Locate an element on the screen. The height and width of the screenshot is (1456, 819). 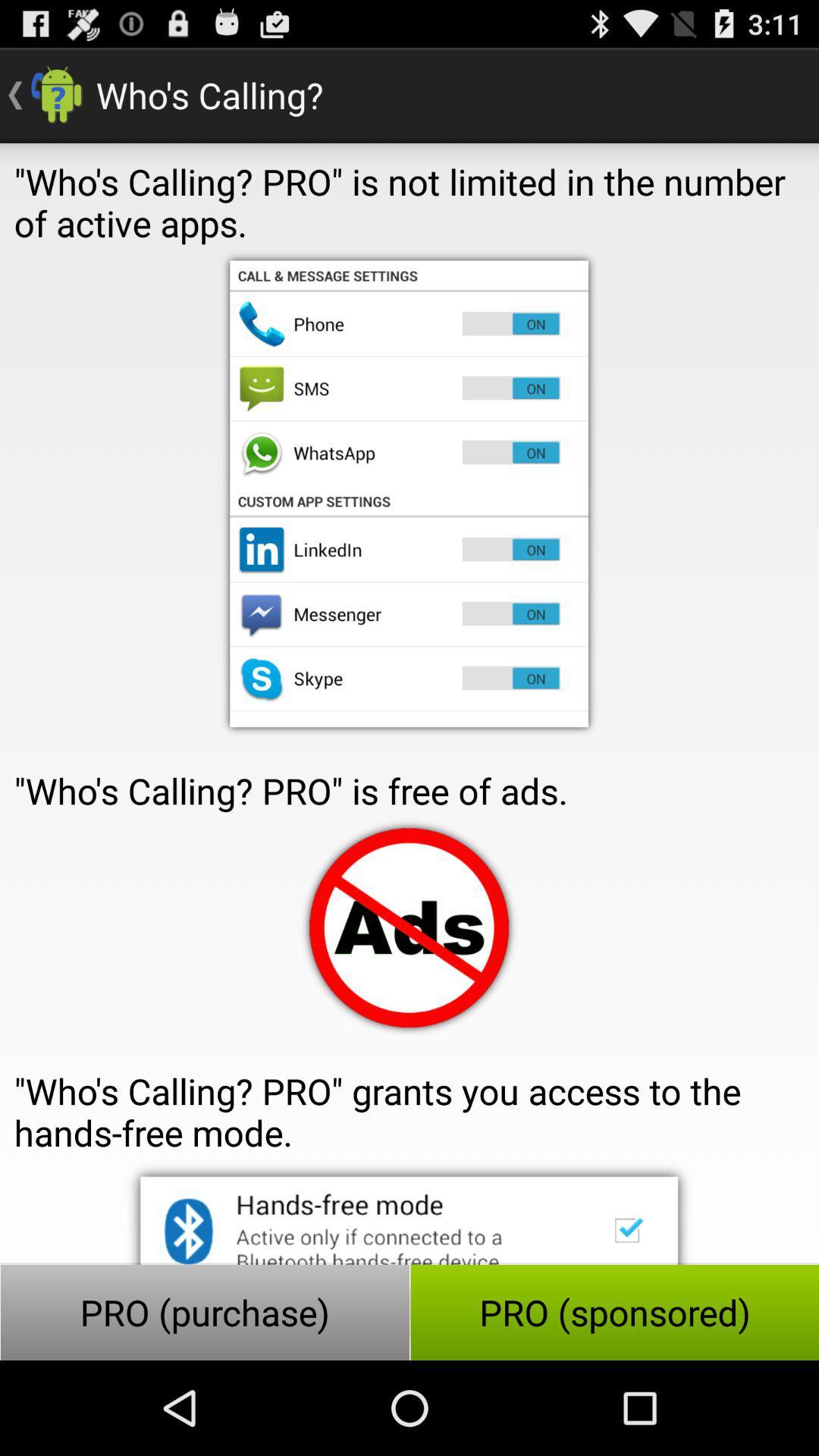
the button next to pro (sponsored) icon is located at coordinates (205, 1312).